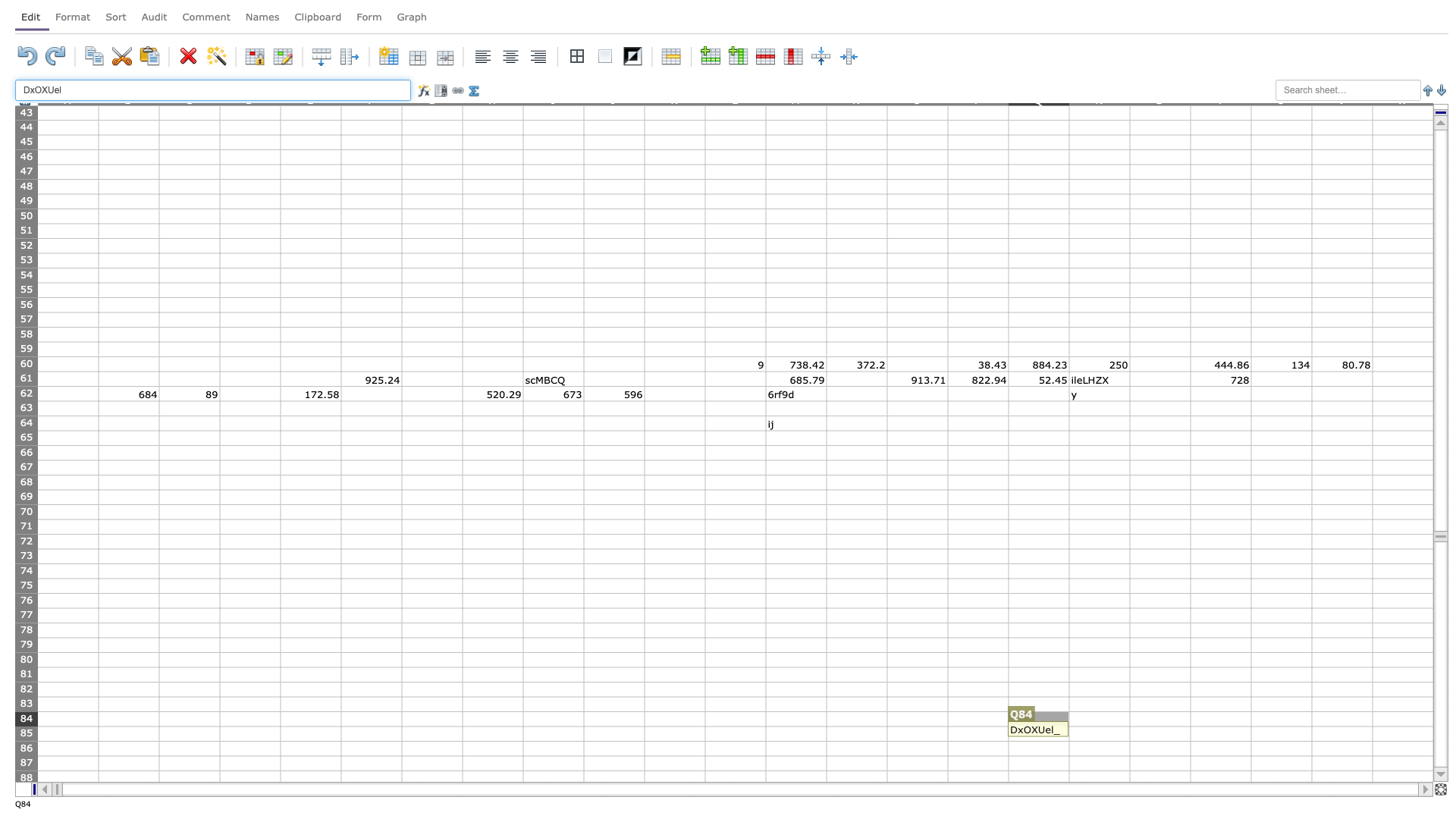 The height and width of the screenshot is (819, 1456). What do you see at coordinates (1068, 733) in the screenshot?
I see `Left side of cell R85` at bounding box center [1068, 733].